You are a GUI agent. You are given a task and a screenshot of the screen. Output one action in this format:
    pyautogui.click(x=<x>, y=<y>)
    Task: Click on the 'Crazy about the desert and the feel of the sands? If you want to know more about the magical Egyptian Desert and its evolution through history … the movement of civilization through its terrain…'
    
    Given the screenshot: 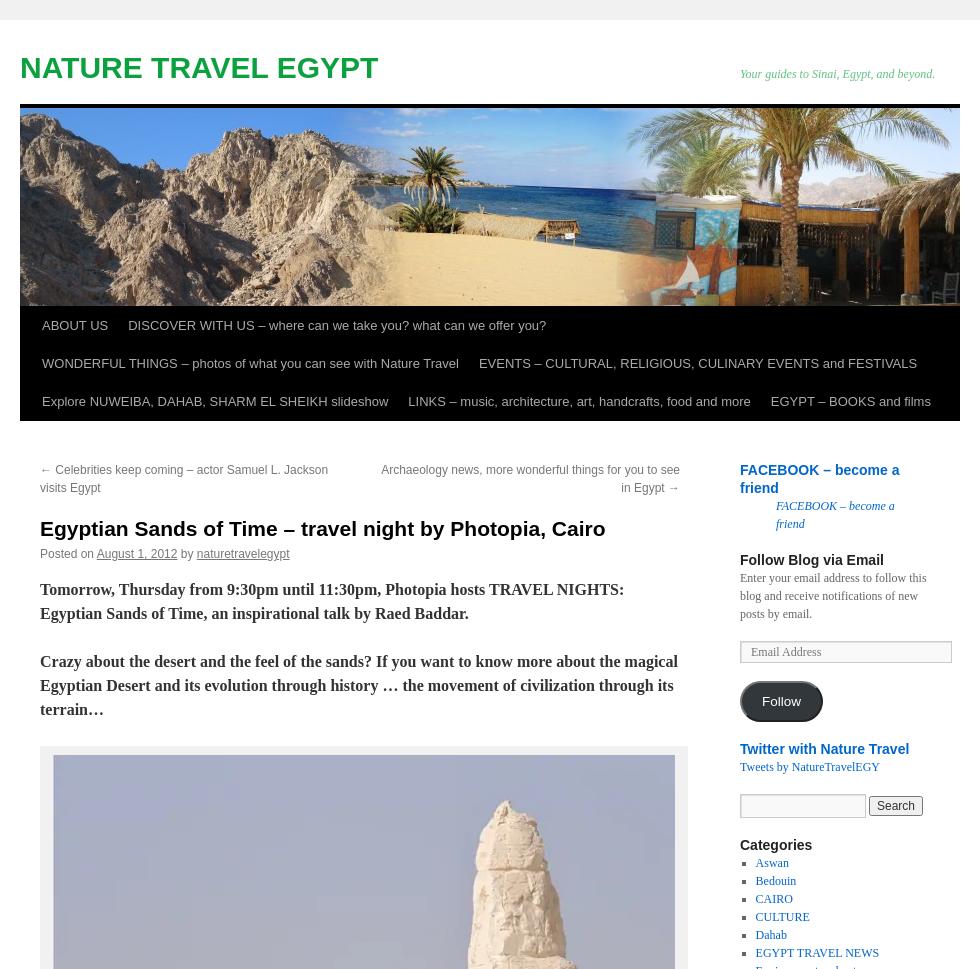 What is the action you would take?
    pyautogui.click(x=358, y=684)
    